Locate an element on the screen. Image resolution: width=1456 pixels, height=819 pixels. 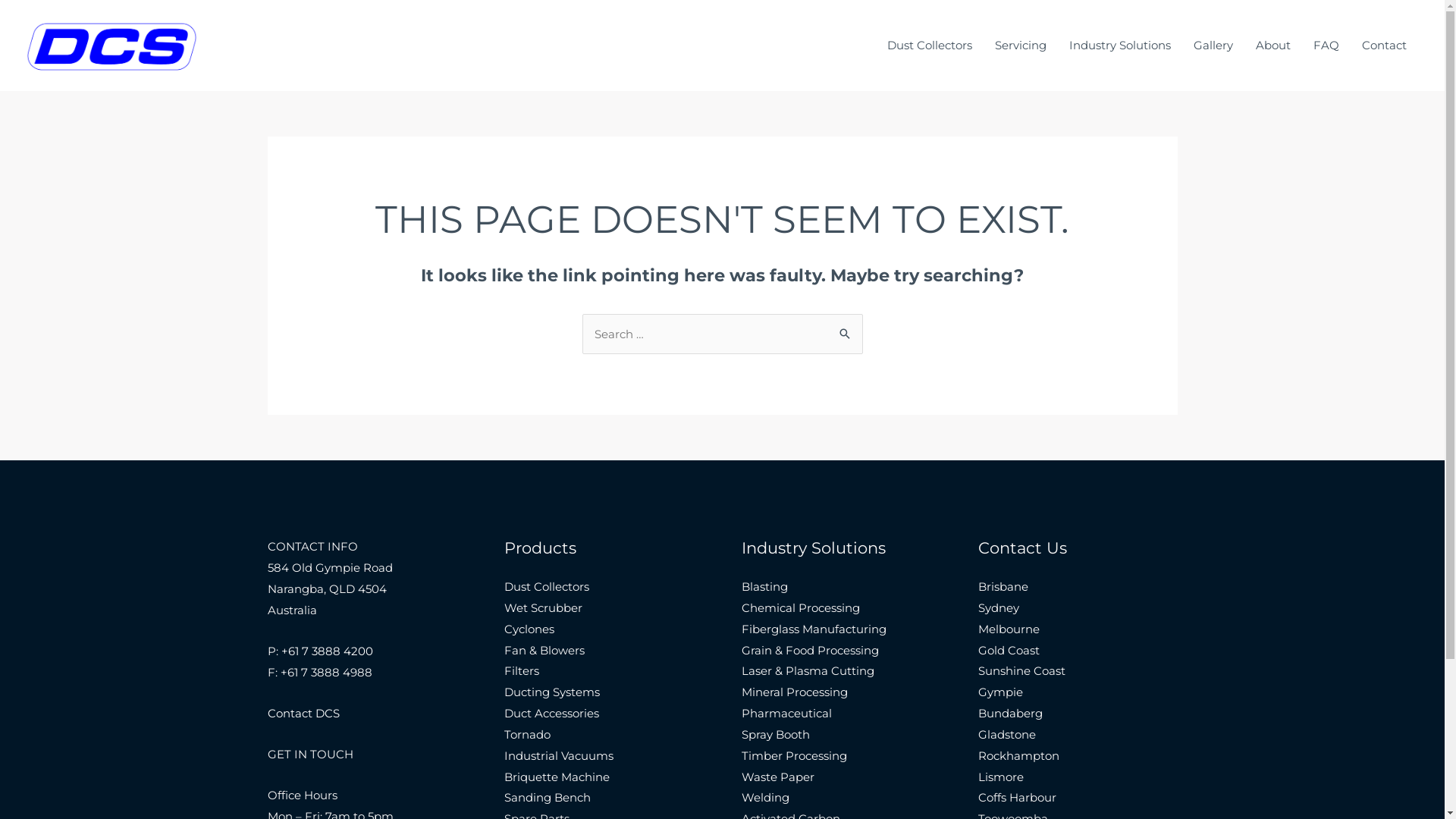
'Cyclones' is located at coordinates (529, 629).